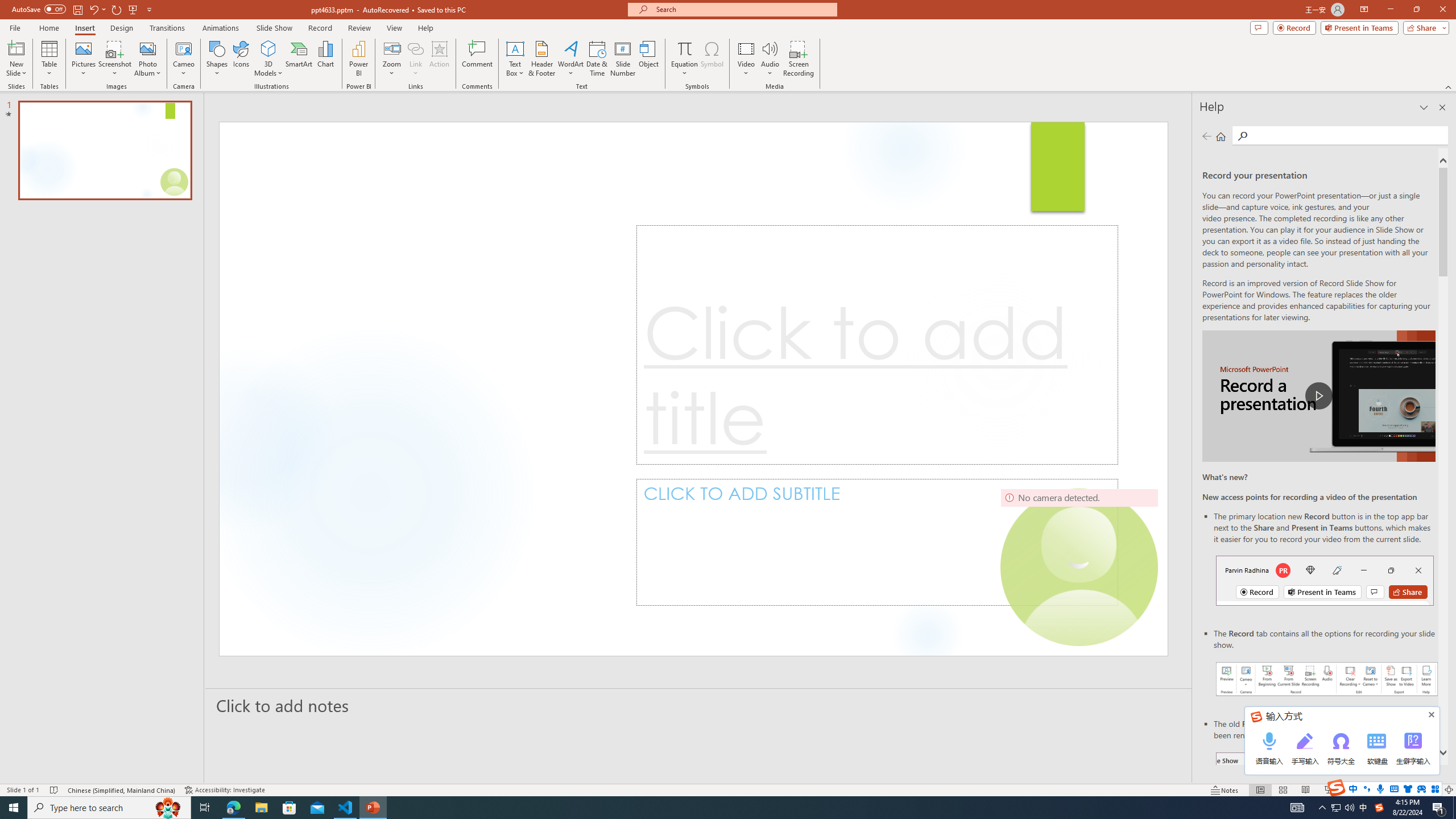 The height and width of the screenshot is (819, 1456). Describe the element at coordinates (1206, 135) in the screenshot. I see `'Previous page'` at that location.